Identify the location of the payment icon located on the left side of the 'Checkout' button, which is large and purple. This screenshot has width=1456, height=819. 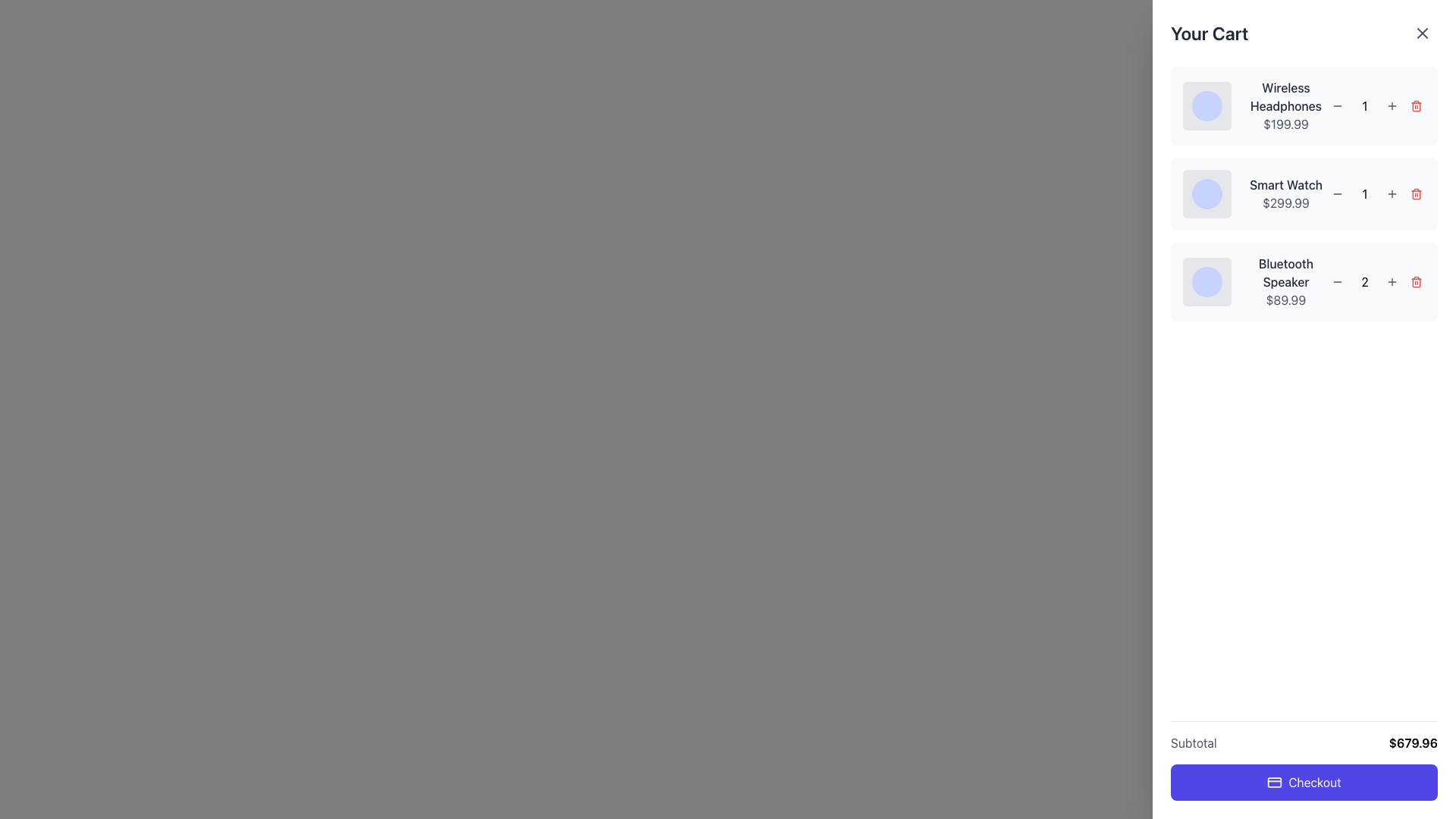
(1274, 783).